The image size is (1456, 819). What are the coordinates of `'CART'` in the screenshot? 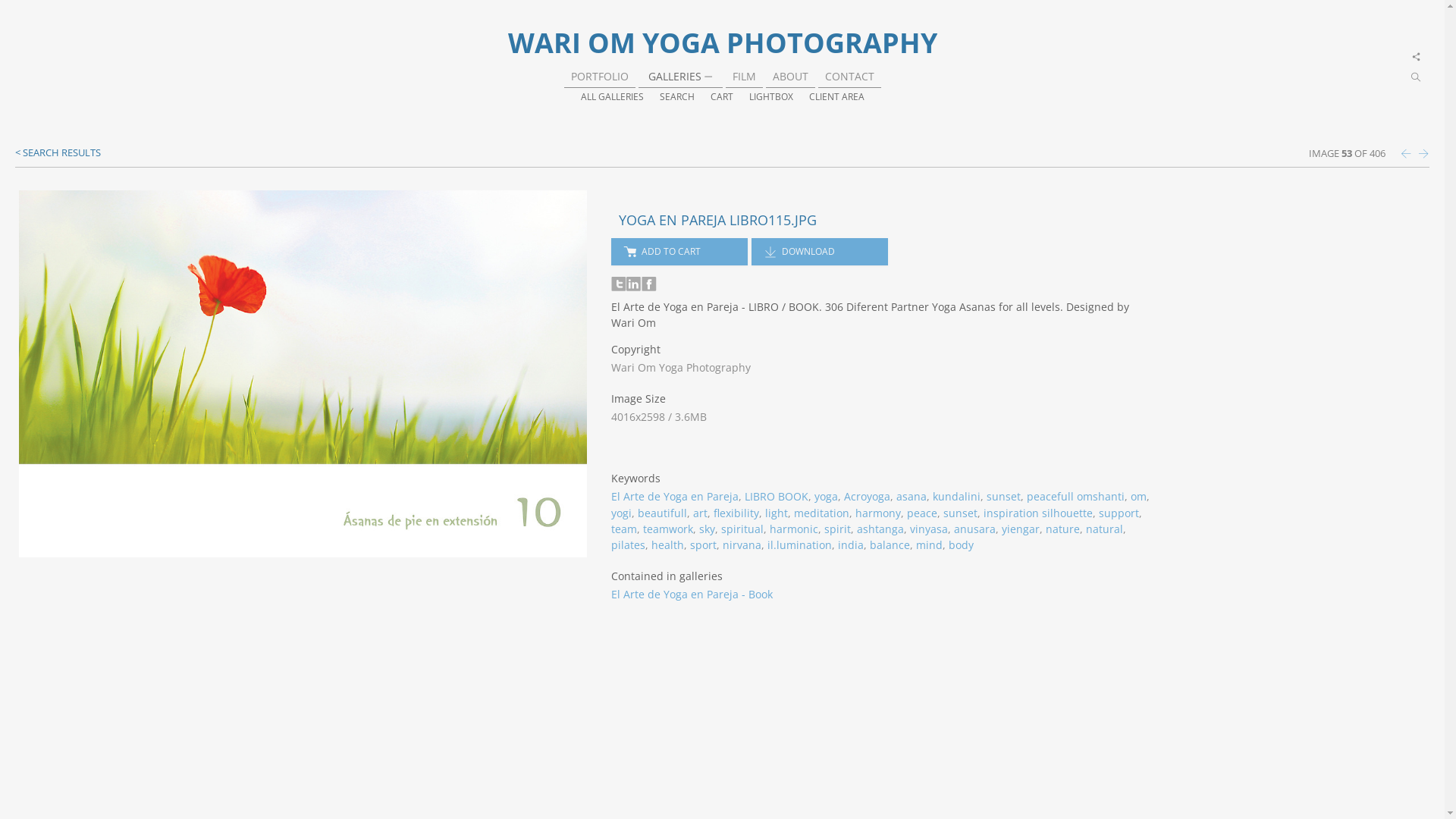 It's located at (720, 96).